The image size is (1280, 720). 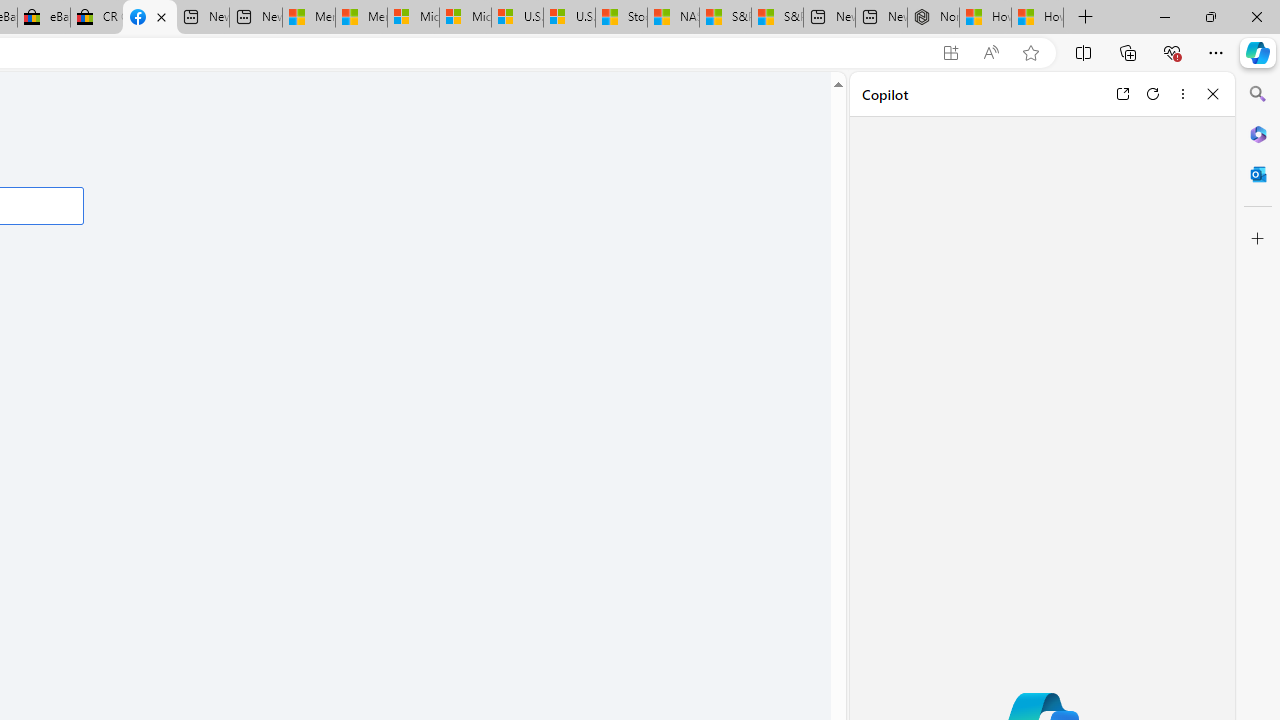 What do you see at coordinates (1038, 17) in the screenshot?
I see `'How to Use a Monitor With Your Closed Laptop'` at bounding box center [1038, 17].